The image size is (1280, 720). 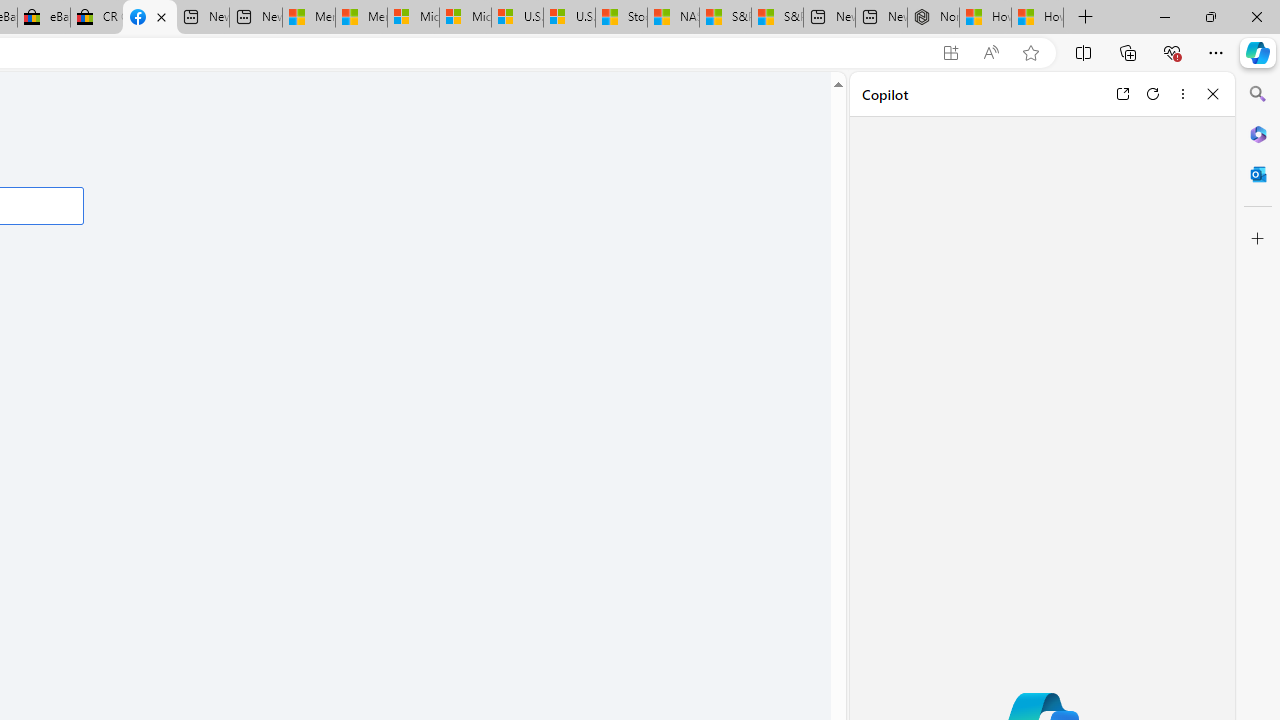 What do you see at coordinates (1038, 17) in the screenshot?
I see `'How to Use a Monitor With Your Closed Laptop'` at bounding box center [1038, 17].